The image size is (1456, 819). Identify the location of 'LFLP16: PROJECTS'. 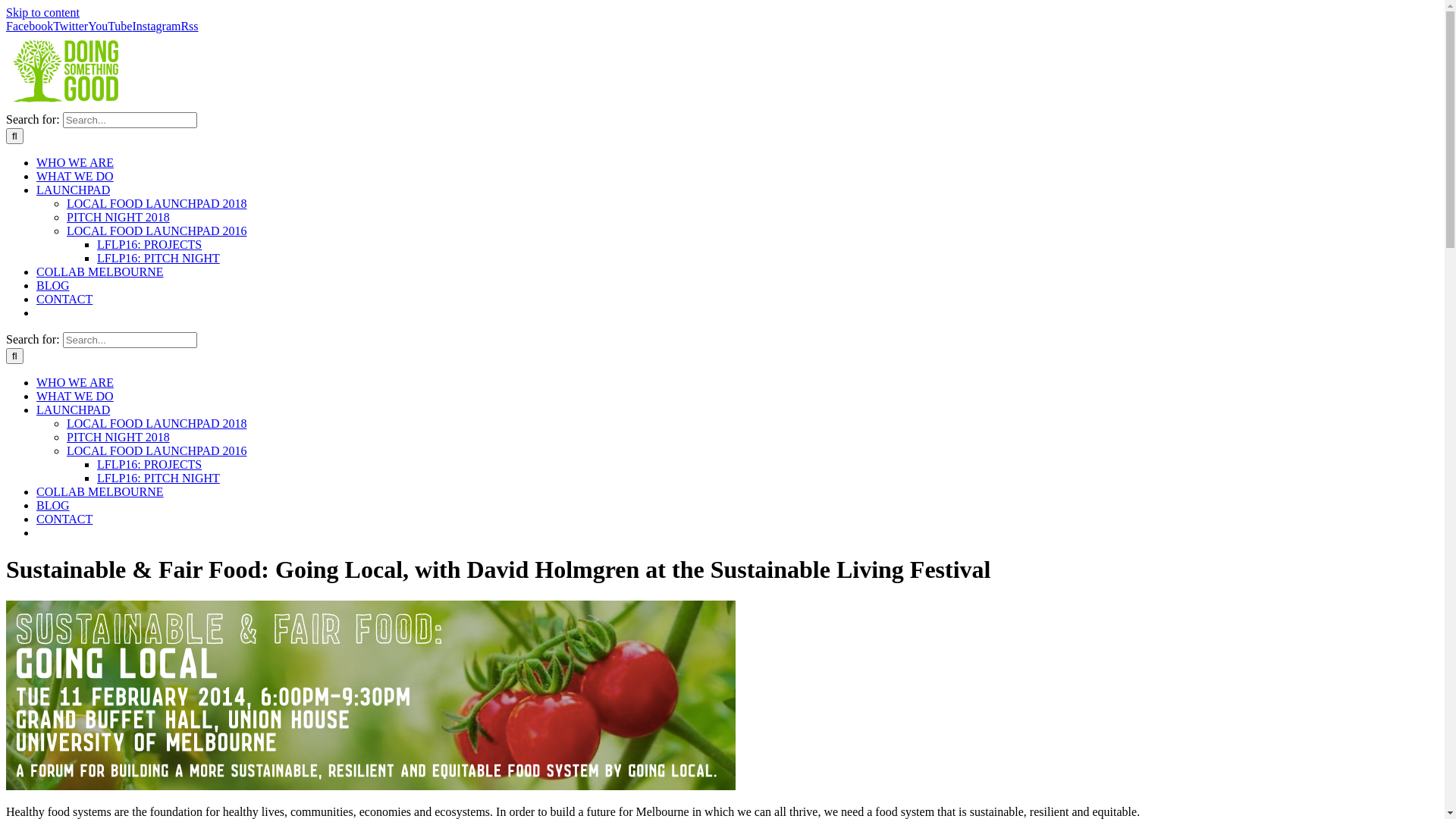
(96, 243).